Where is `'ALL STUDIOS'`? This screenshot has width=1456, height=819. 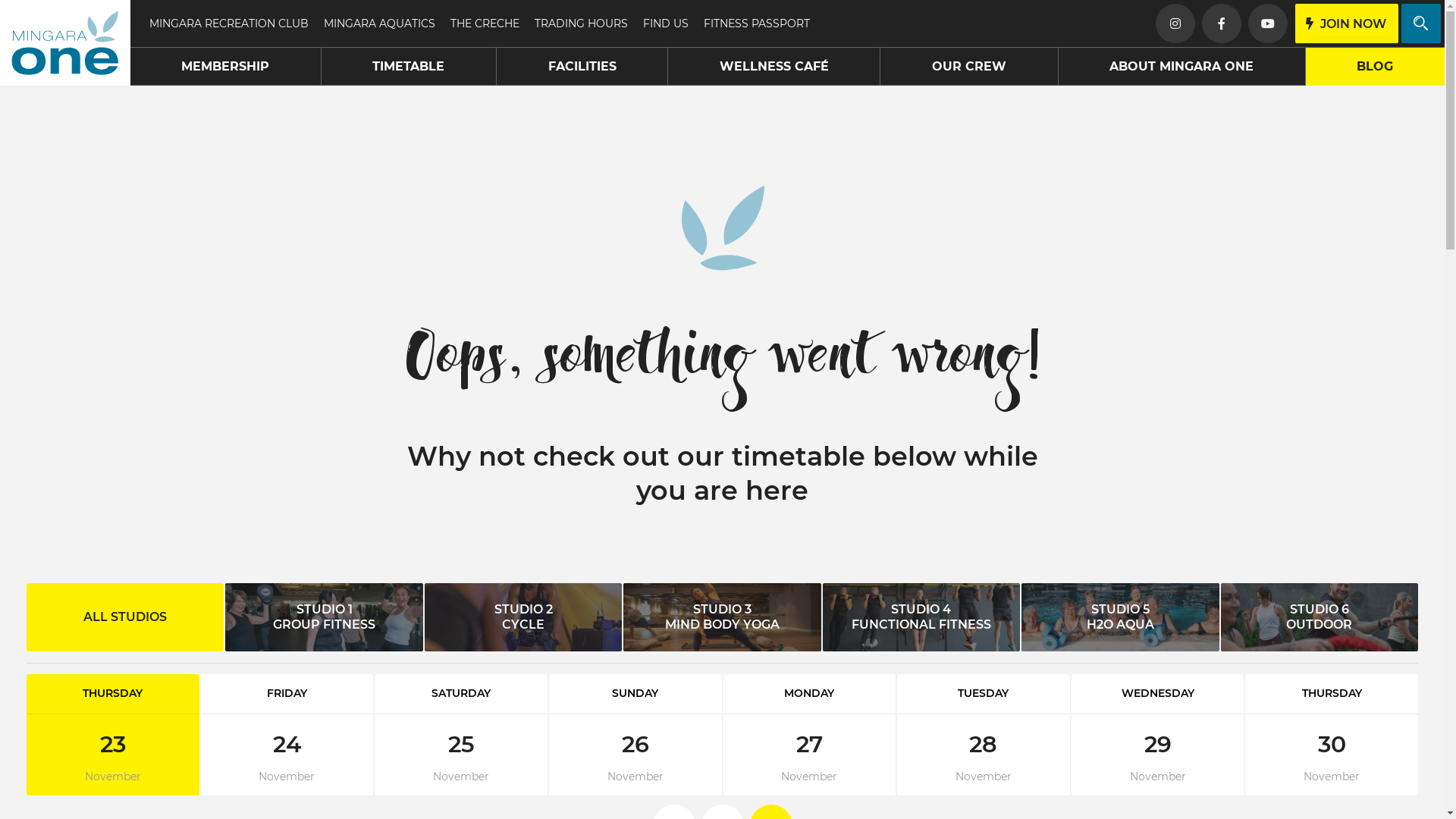 'ALL STUDIOS' is located at coordinates (26, 617).